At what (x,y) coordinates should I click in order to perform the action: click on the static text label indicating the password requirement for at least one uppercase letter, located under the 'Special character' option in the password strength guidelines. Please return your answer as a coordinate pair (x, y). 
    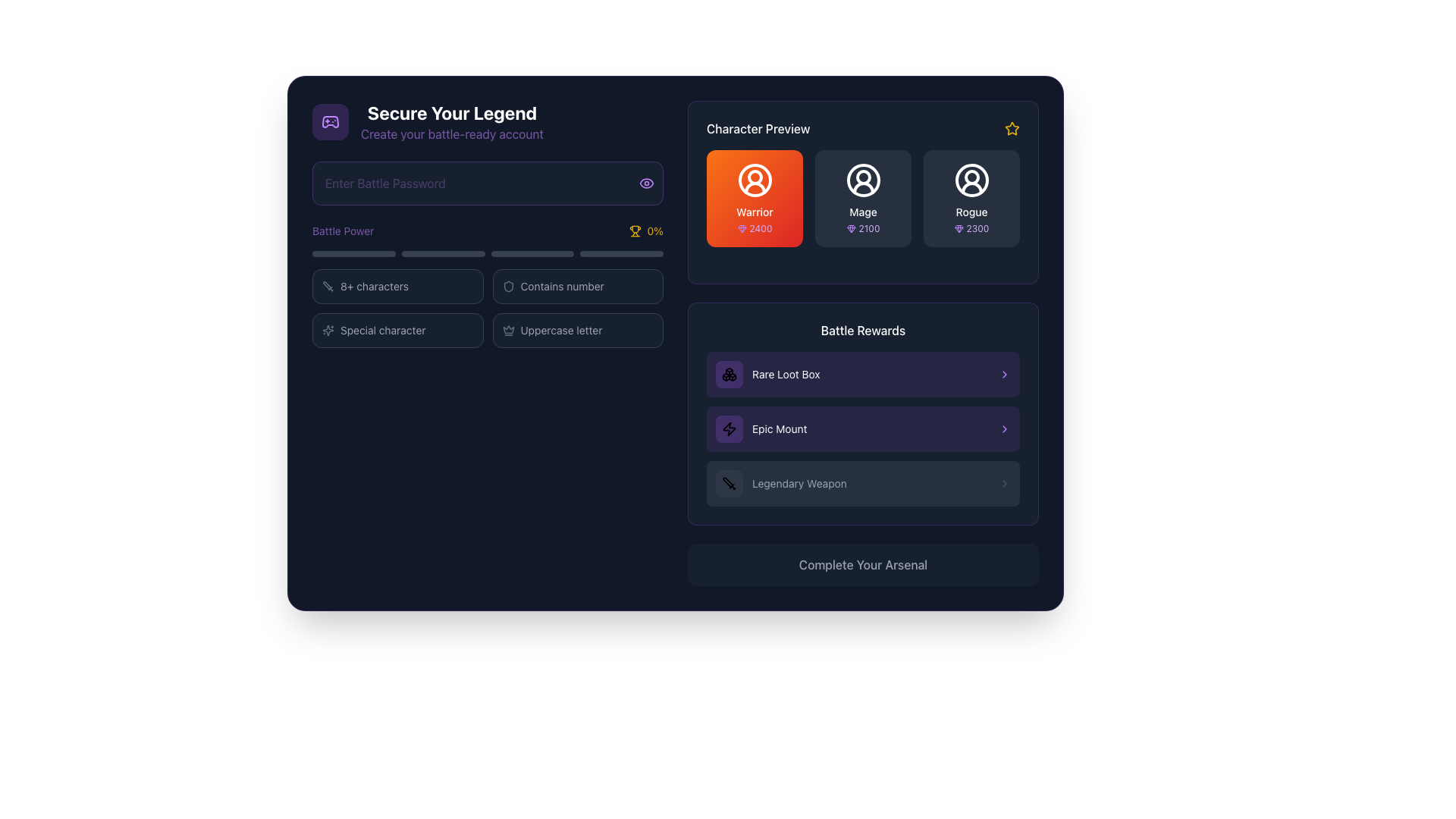
    Looking at the image, I should click on (560, 329).